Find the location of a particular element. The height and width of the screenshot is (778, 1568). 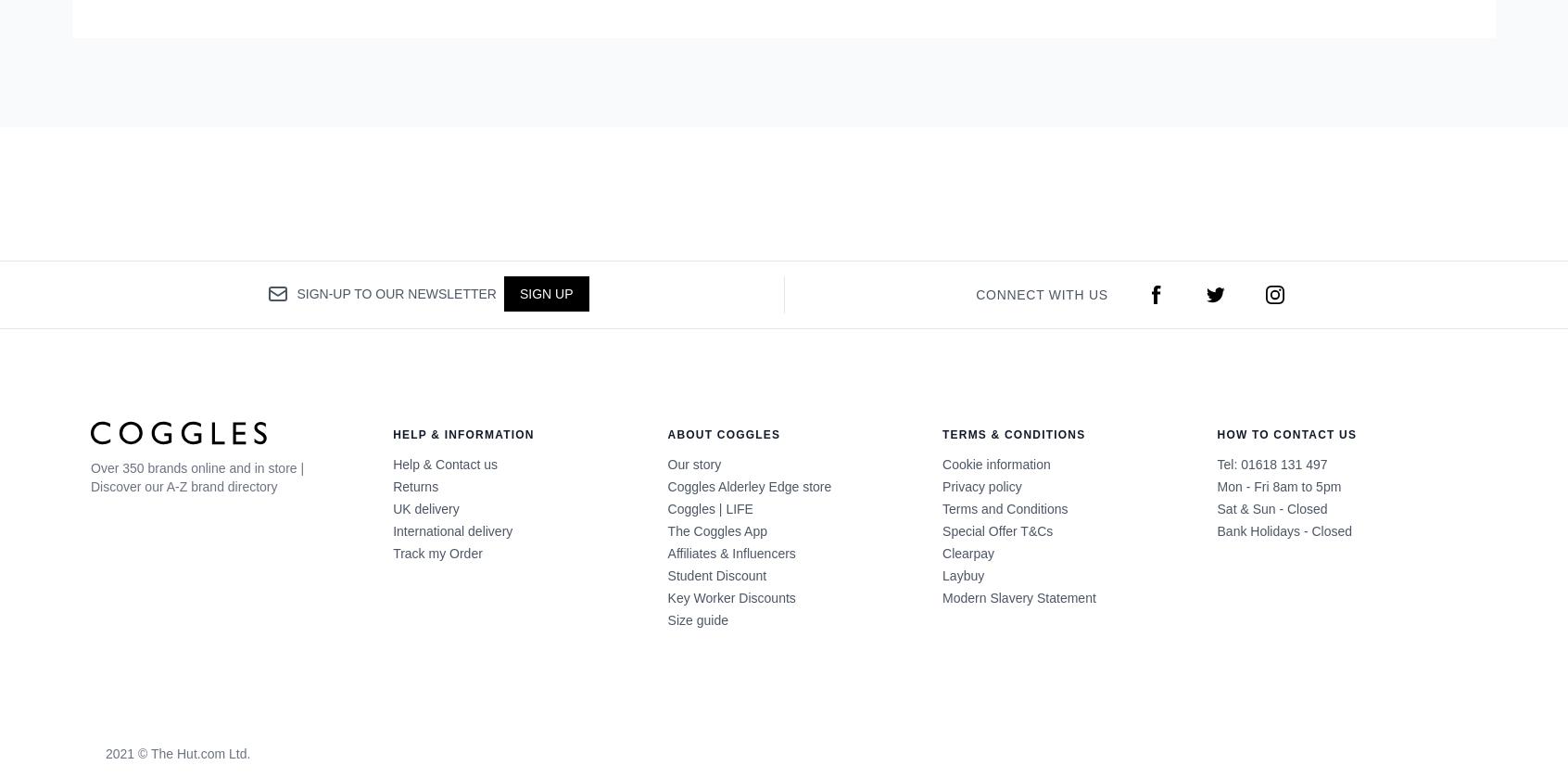

'Sign-up to our newsletter' is located at coordinates (395, 292).